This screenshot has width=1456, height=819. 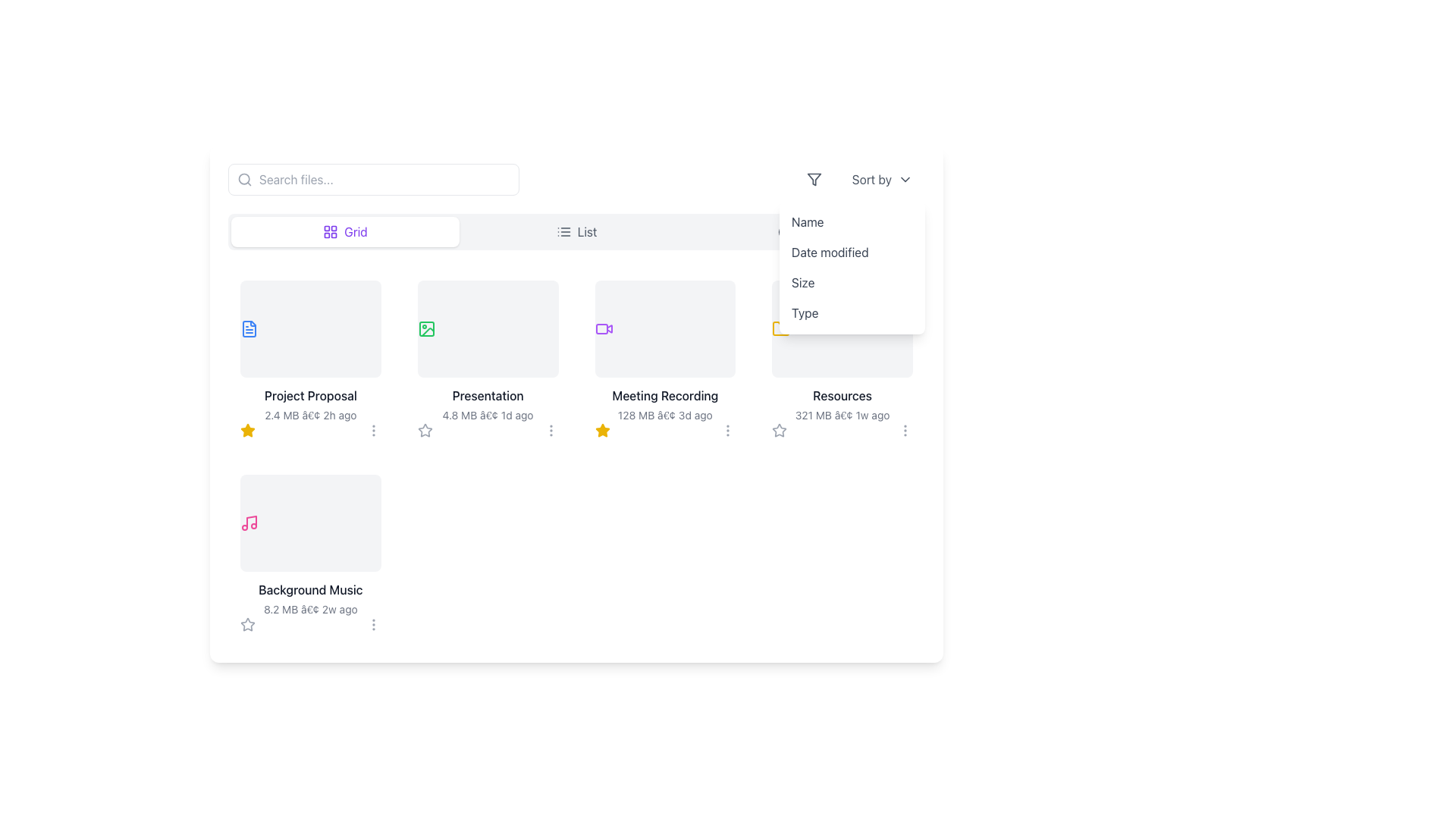 I want to click on the 'Size' button in the dropdown menu, so click(x=852, y=283).